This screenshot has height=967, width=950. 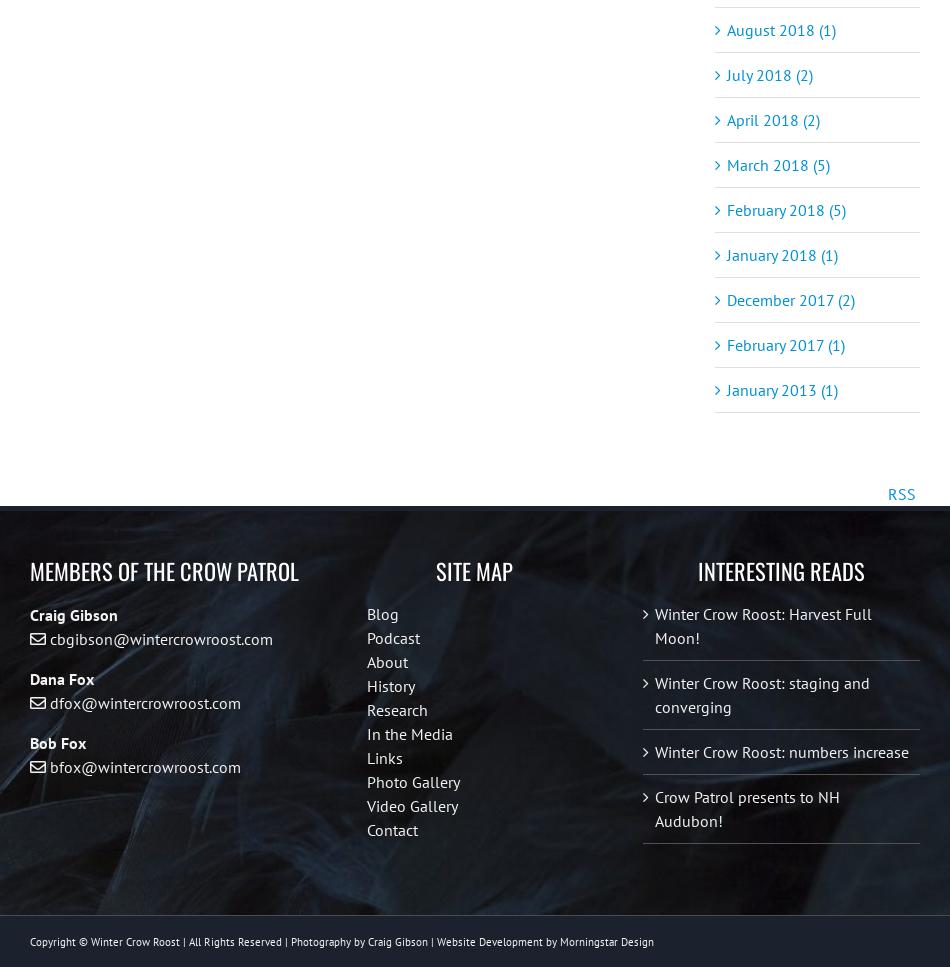 What do you see at coordinates (789, 298) in the screenshot?
I see `'December 2017 (2)'` at bounding box center [789, 298].